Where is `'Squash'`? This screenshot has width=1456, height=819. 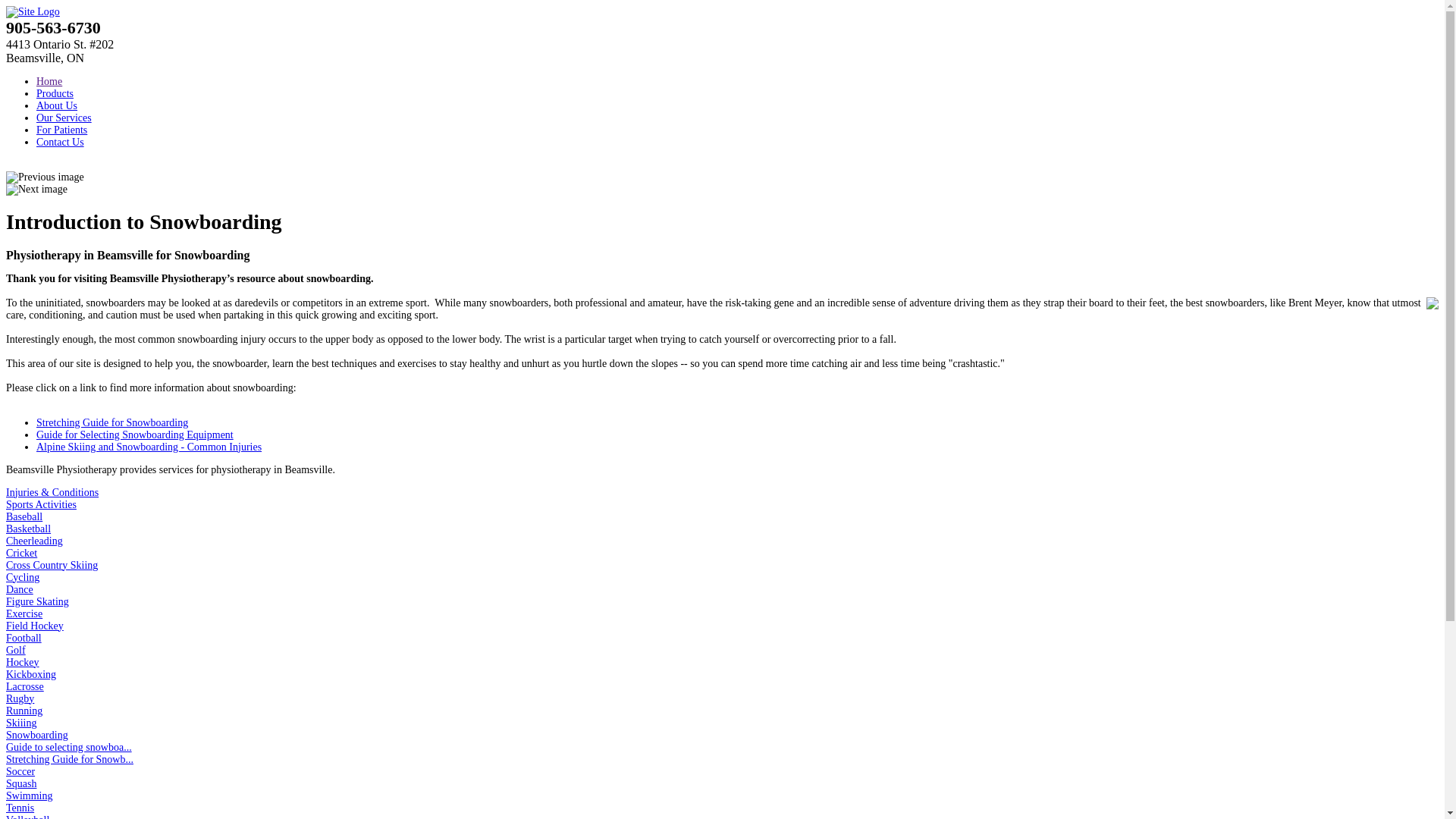 'Squash' is located at coordinates (21, 783).